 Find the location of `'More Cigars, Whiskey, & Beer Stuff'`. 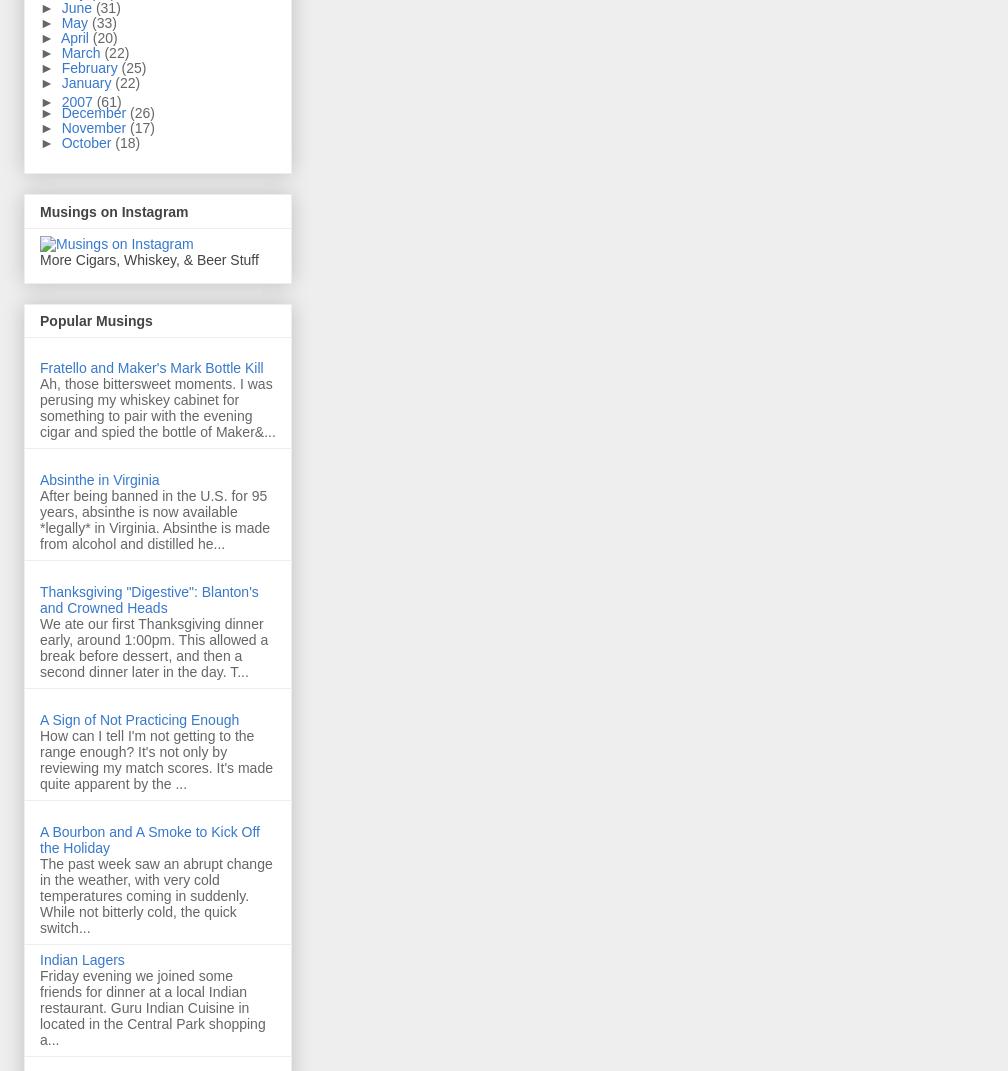

'More Cigars, Whiskey, & Beer Stuff' is located at coordinates (148, 258).